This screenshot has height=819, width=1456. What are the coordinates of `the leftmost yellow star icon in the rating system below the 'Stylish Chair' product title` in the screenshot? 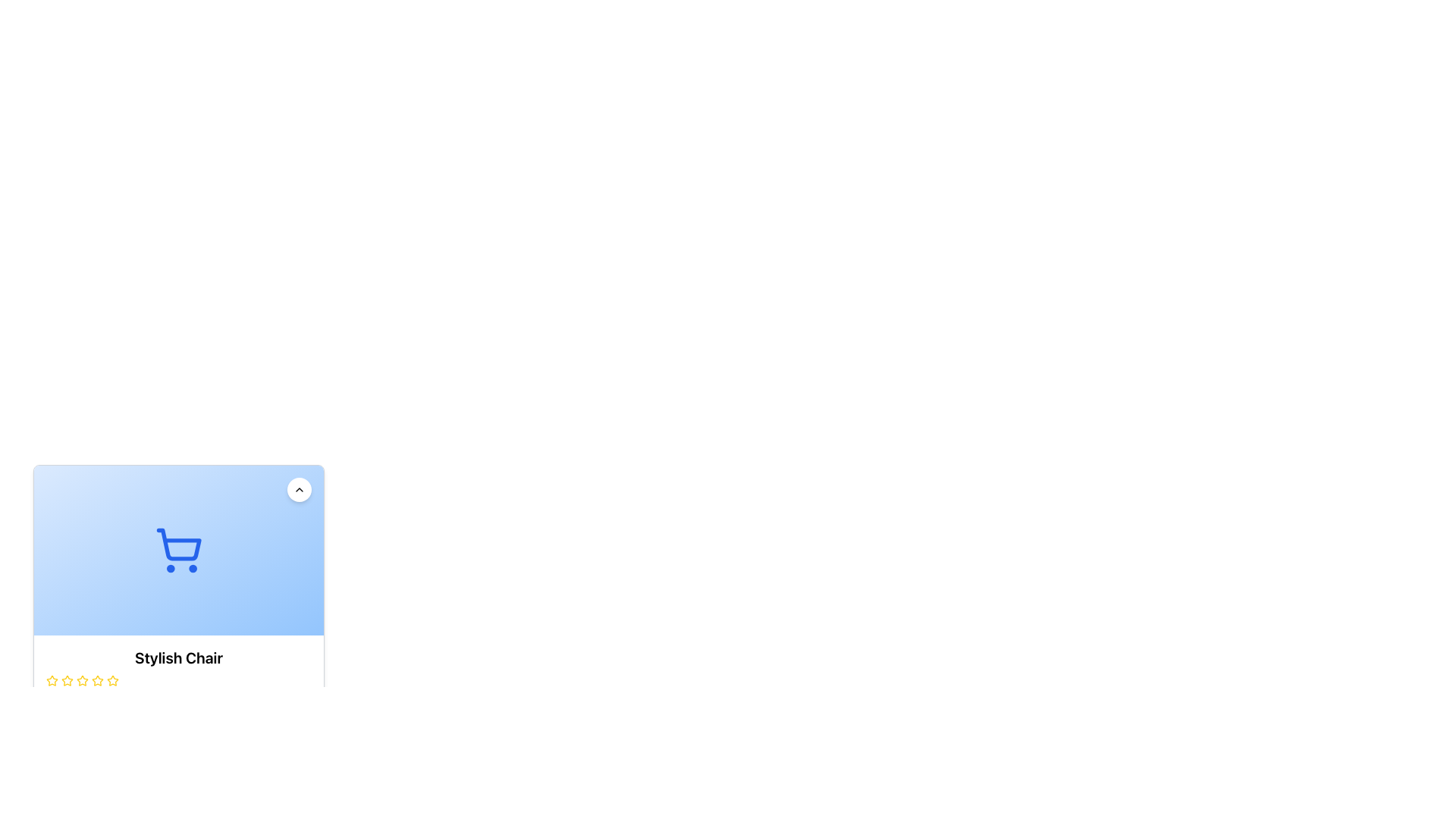 It's located at (52, 680).